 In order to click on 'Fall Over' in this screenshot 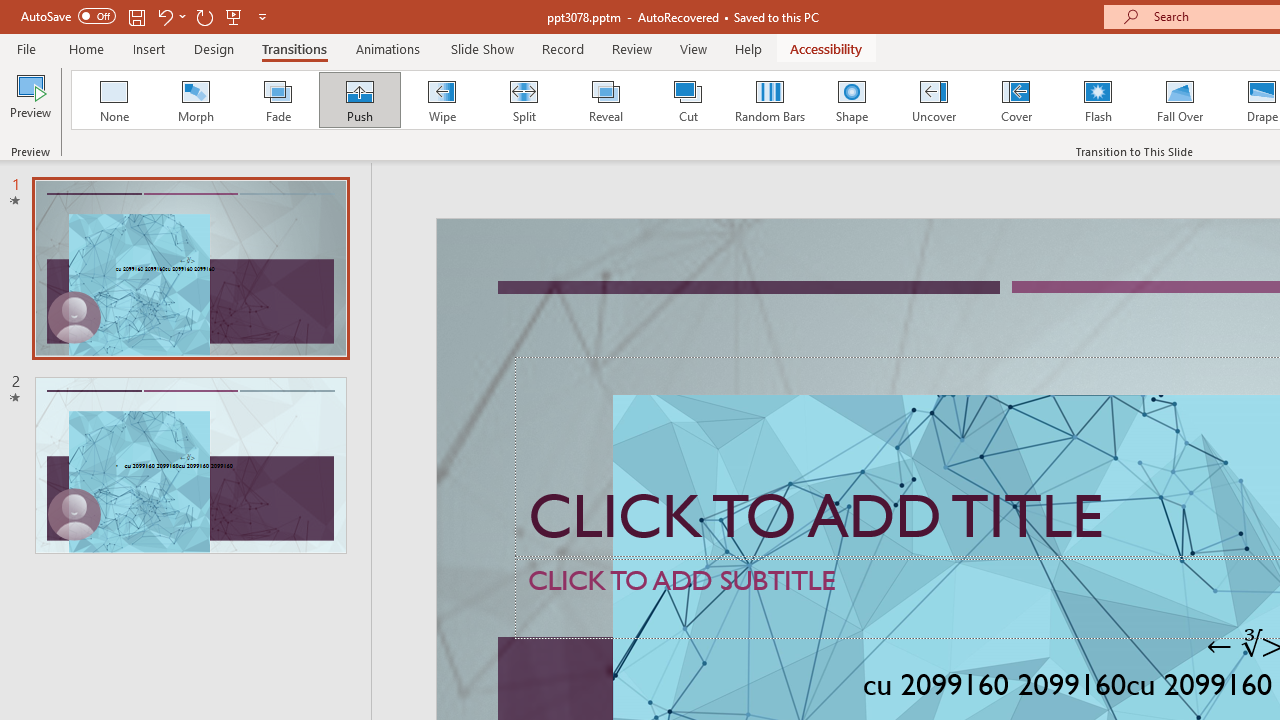, I will do `click(1180, 100)`.